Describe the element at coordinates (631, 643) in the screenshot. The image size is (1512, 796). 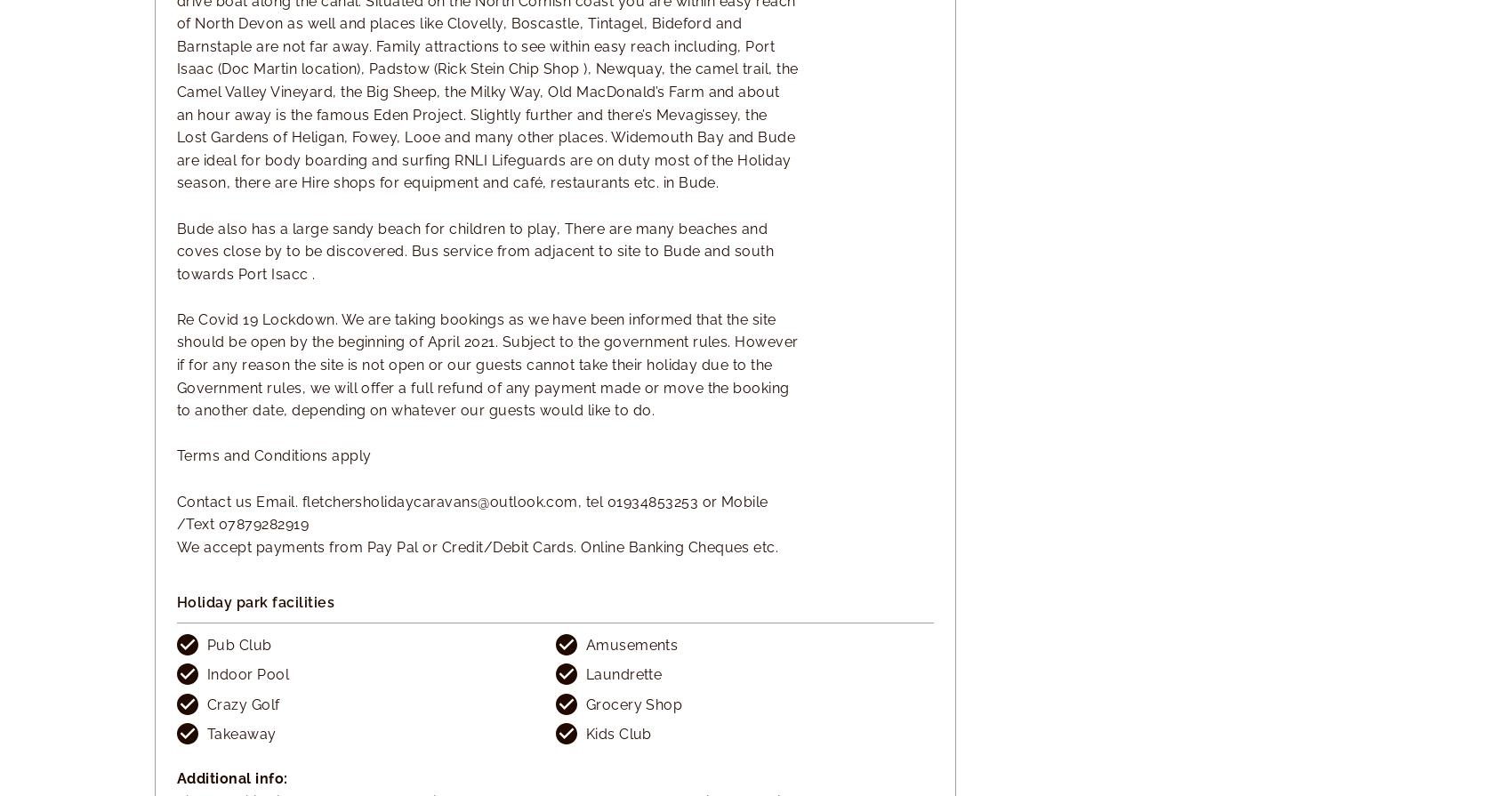
I see `'Amusements'` at that location.